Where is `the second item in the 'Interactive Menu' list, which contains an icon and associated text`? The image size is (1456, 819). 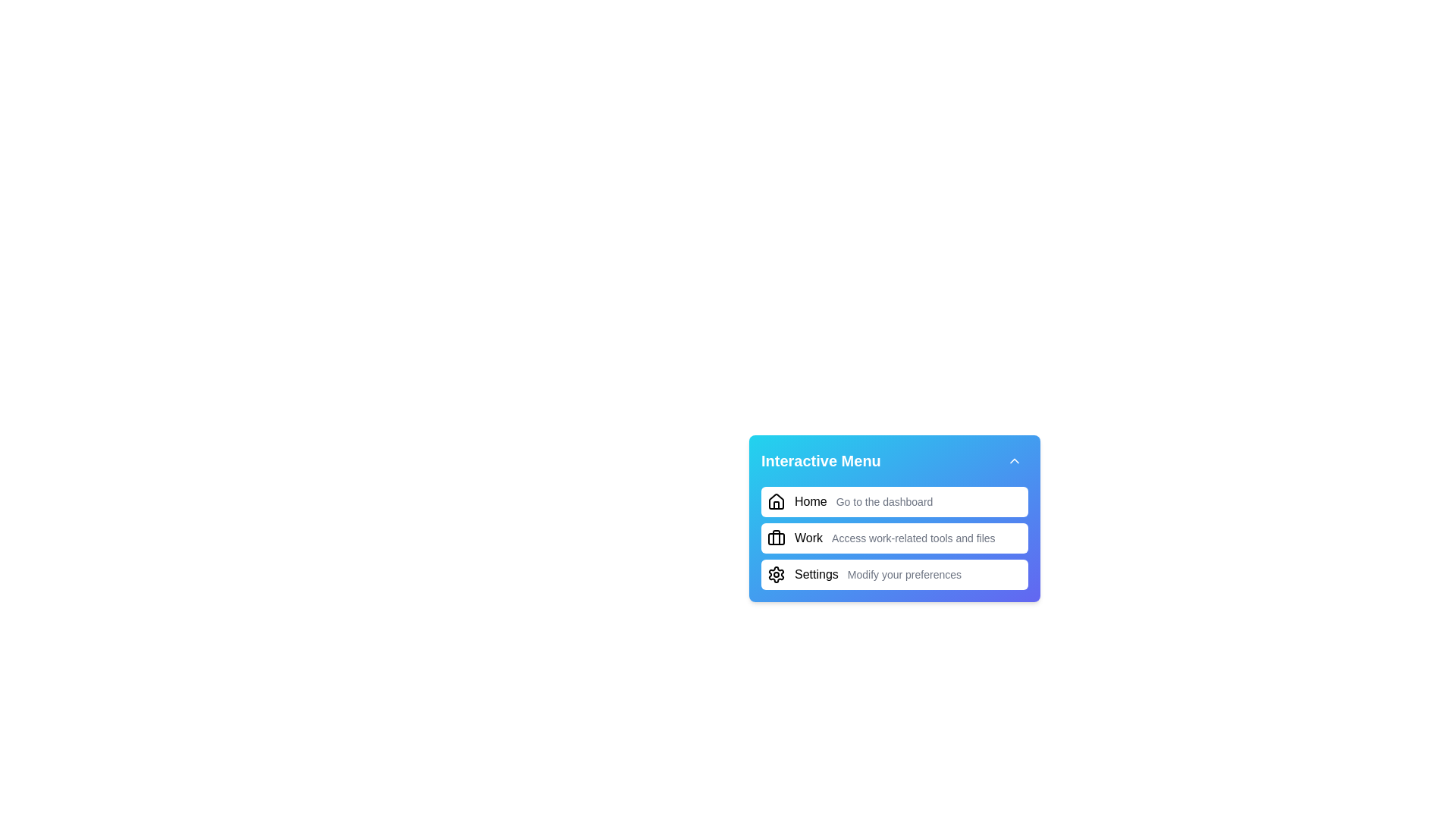 the second item in the 'Interactive Menu' list, which contains an icon and associated text is located at coordinates (895, 537).